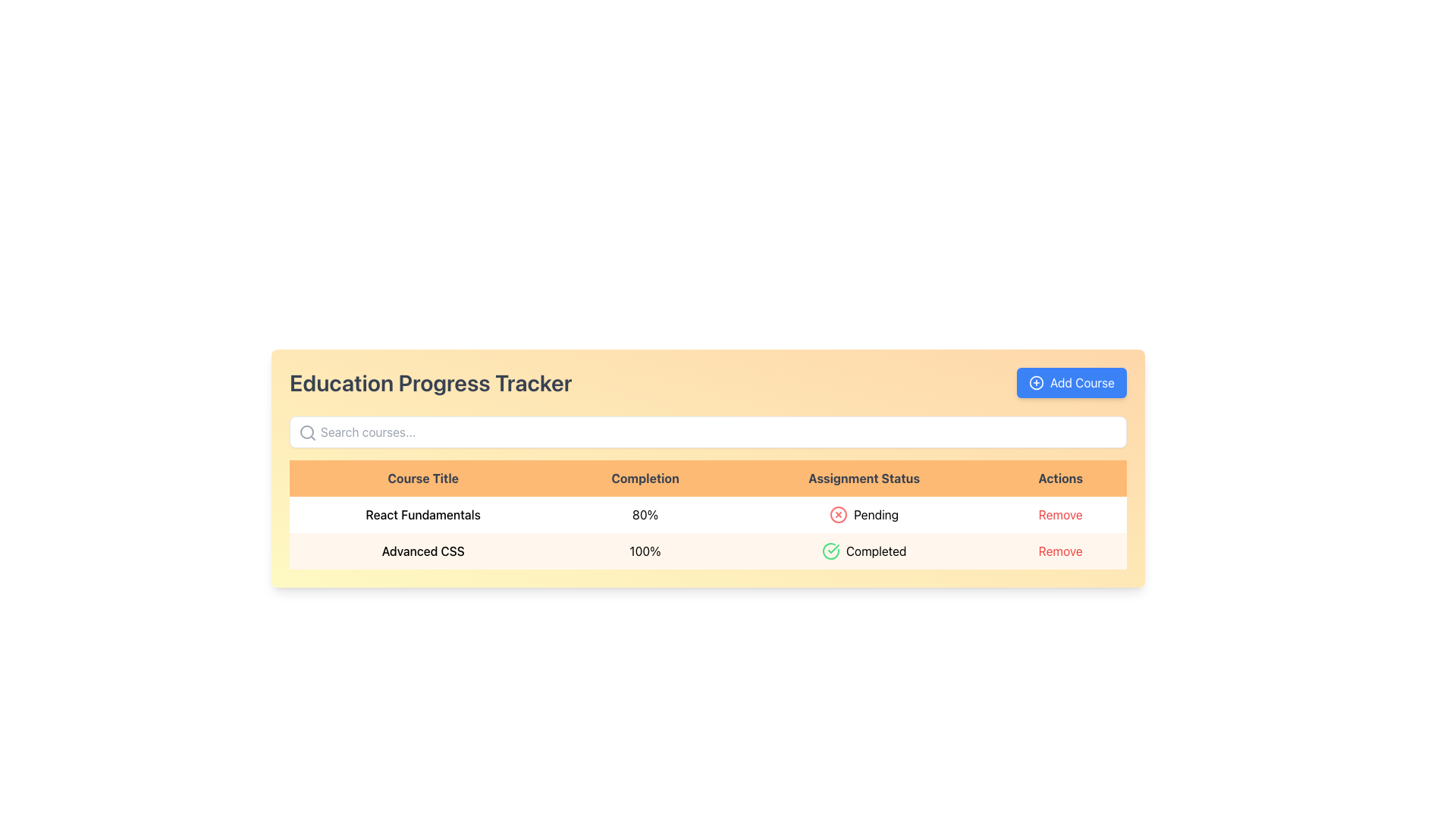  I want to click on percentage value displayed in the bold text label '100%' located in the 'Completion' column of the course titled 'Advanced CSS', so click(645, 551).